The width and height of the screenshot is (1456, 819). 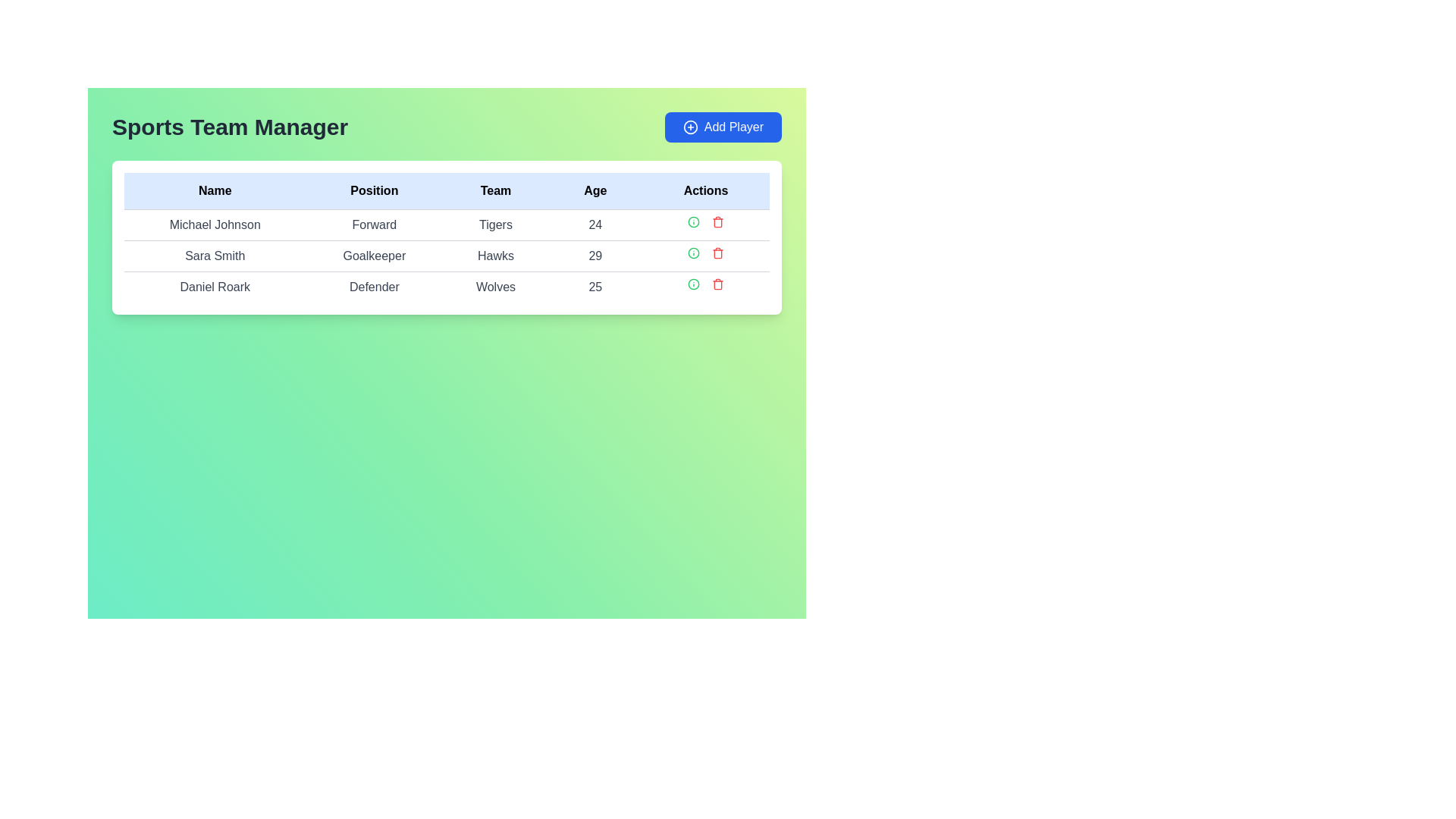 I want to click on the 'Age' column header in the table, so click(x=595, y=190).